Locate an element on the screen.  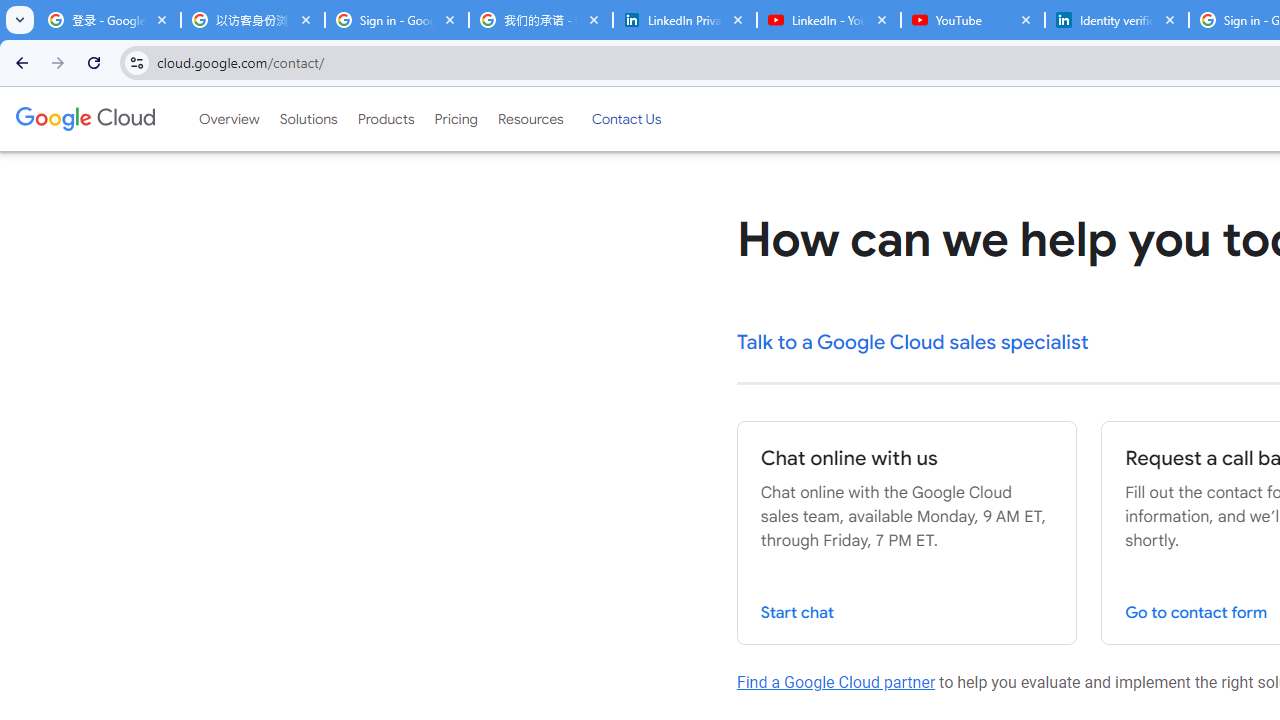
'LinkedIn - YouTube' is located at coordinates (828, 20).